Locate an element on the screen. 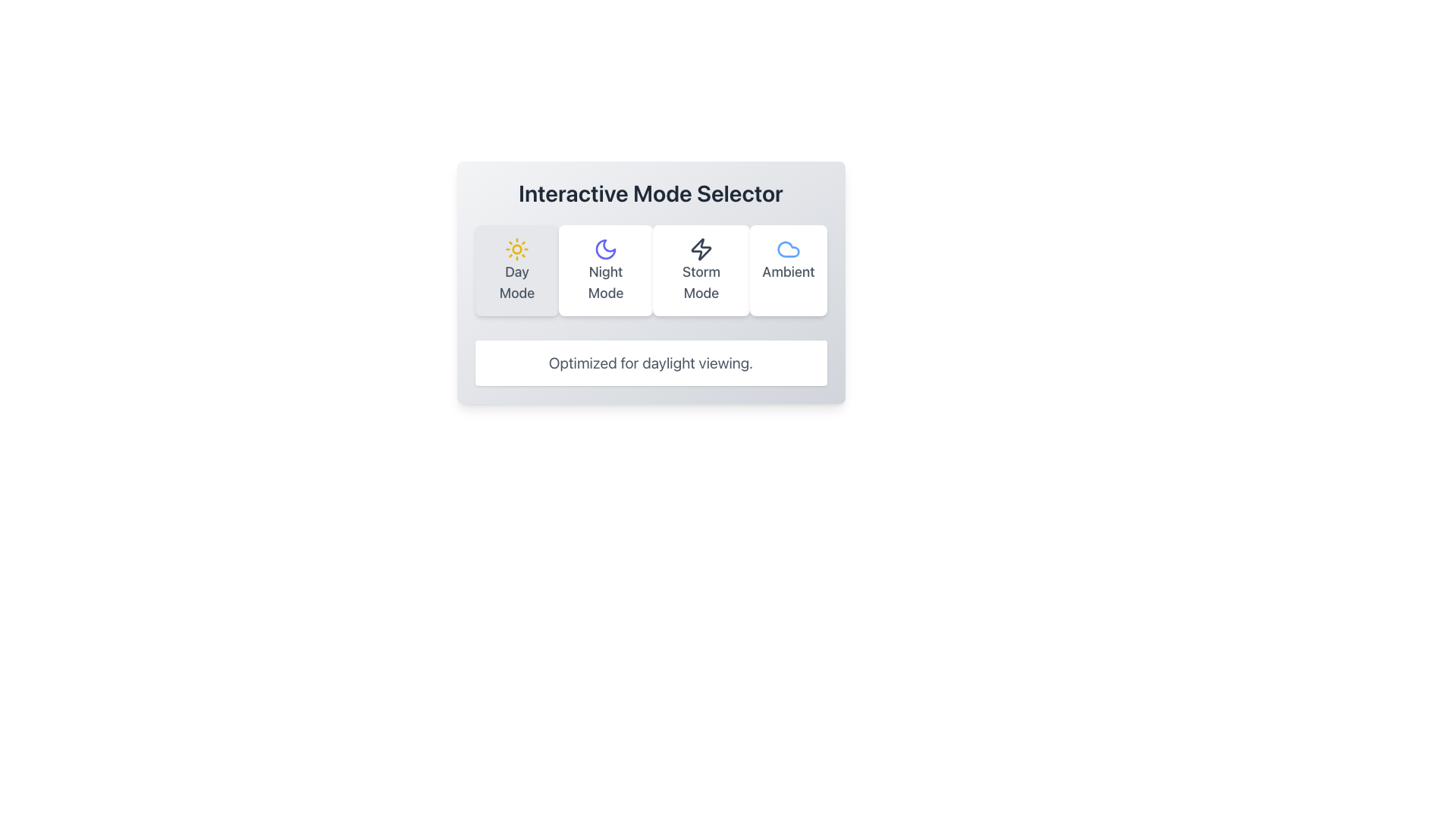 The height and width of the screenshot is (819, 1456). the 'Night Mode' icon located above the text 'Night Mode' in the mode selection interface is located at coordinates (605, 248).